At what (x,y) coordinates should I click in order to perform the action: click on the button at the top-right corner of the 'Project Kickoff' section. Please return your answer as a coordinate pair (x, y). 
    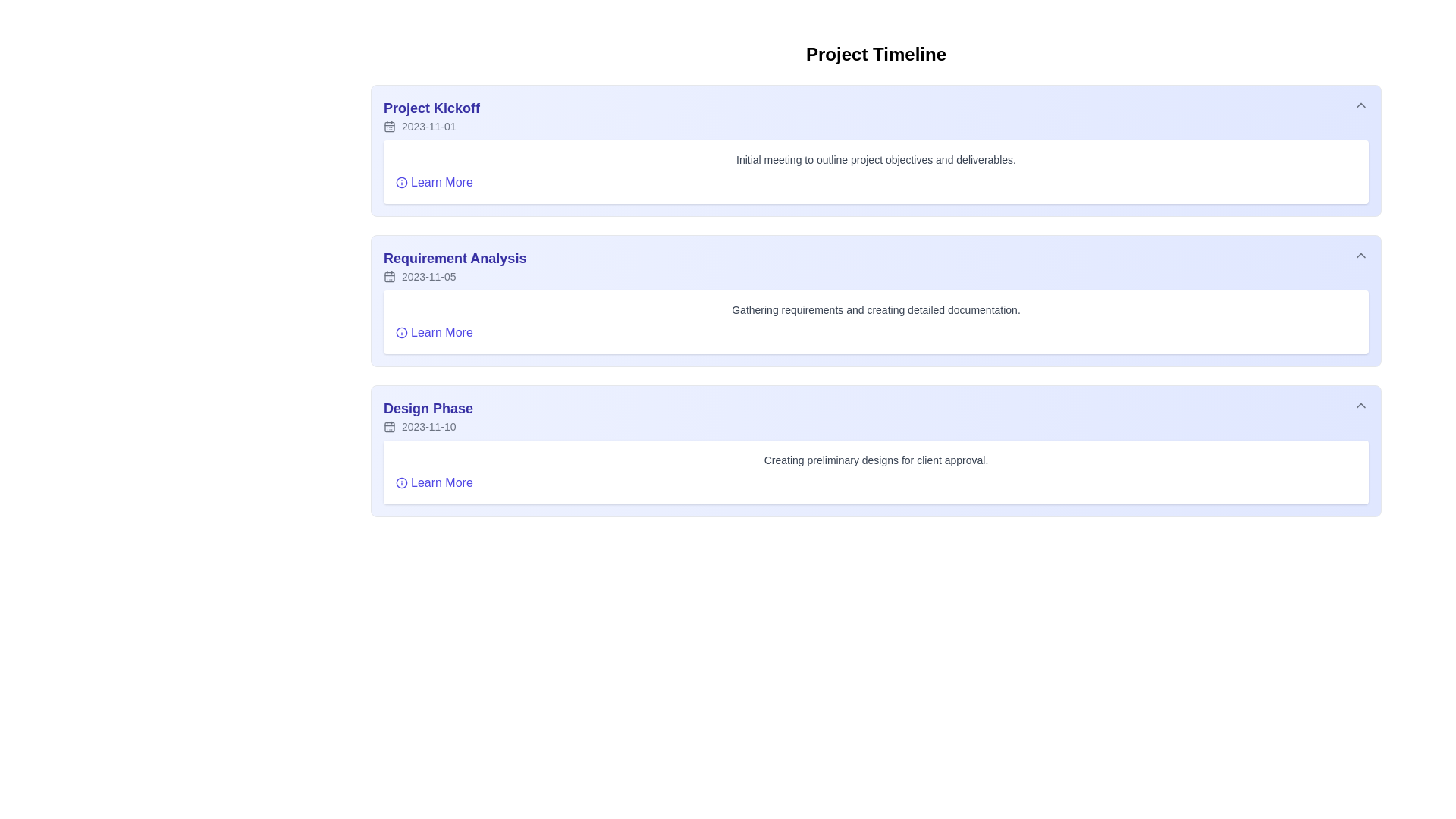
    Looking at the image, I should click on (1361, 104).